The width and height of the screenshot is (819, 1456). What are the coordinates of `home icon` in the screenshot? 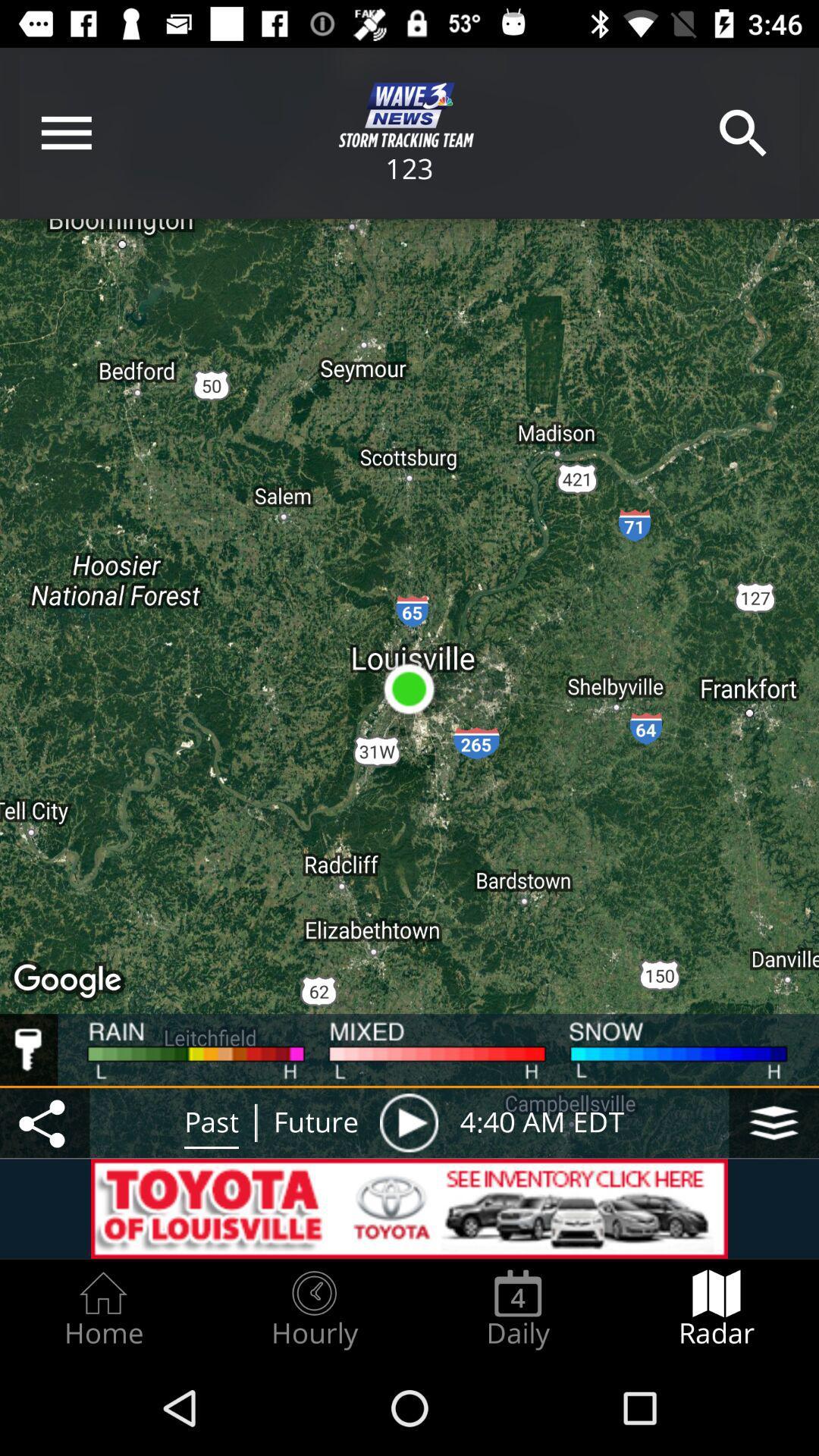 It's located at (102, 1309).